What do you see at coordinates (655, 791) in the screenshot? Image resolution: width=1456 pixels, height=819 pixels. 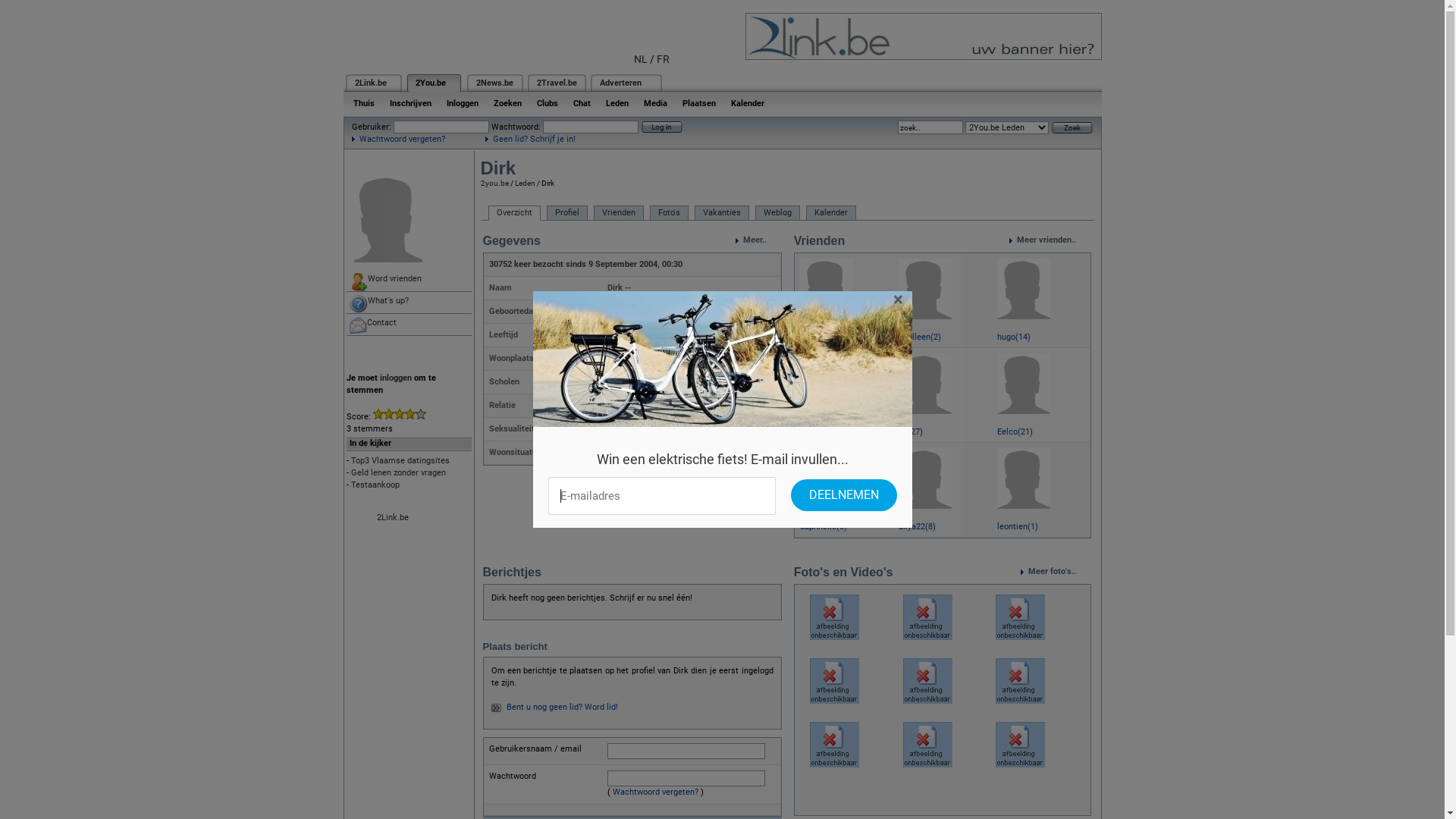 I see `'Wachtwoord vergeten?'` at bounding box center [655, 791].